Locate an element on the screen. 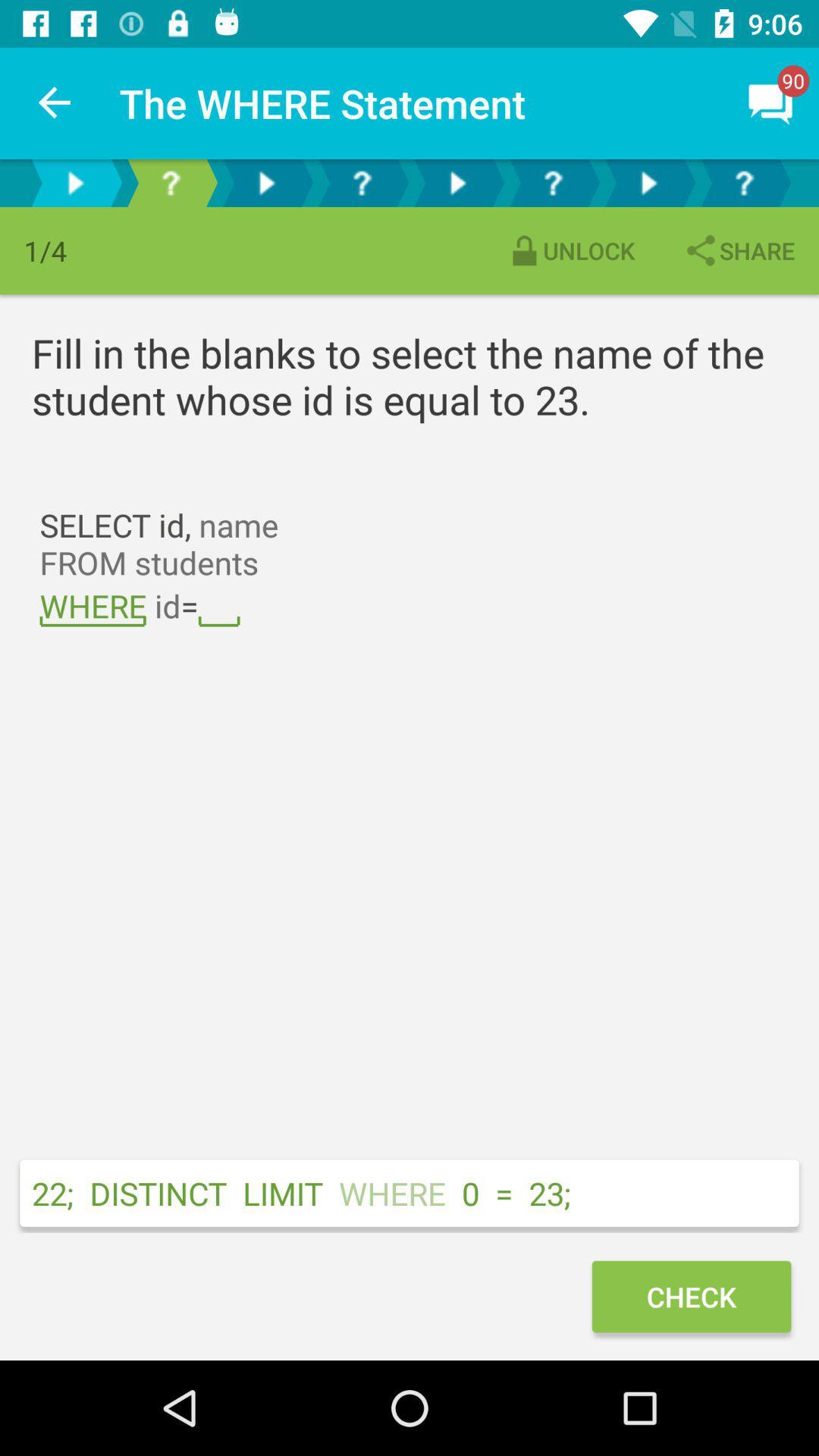 The width and height of the screenshot is (819, 1456). the check icon is located at coordinates (691, 1295).